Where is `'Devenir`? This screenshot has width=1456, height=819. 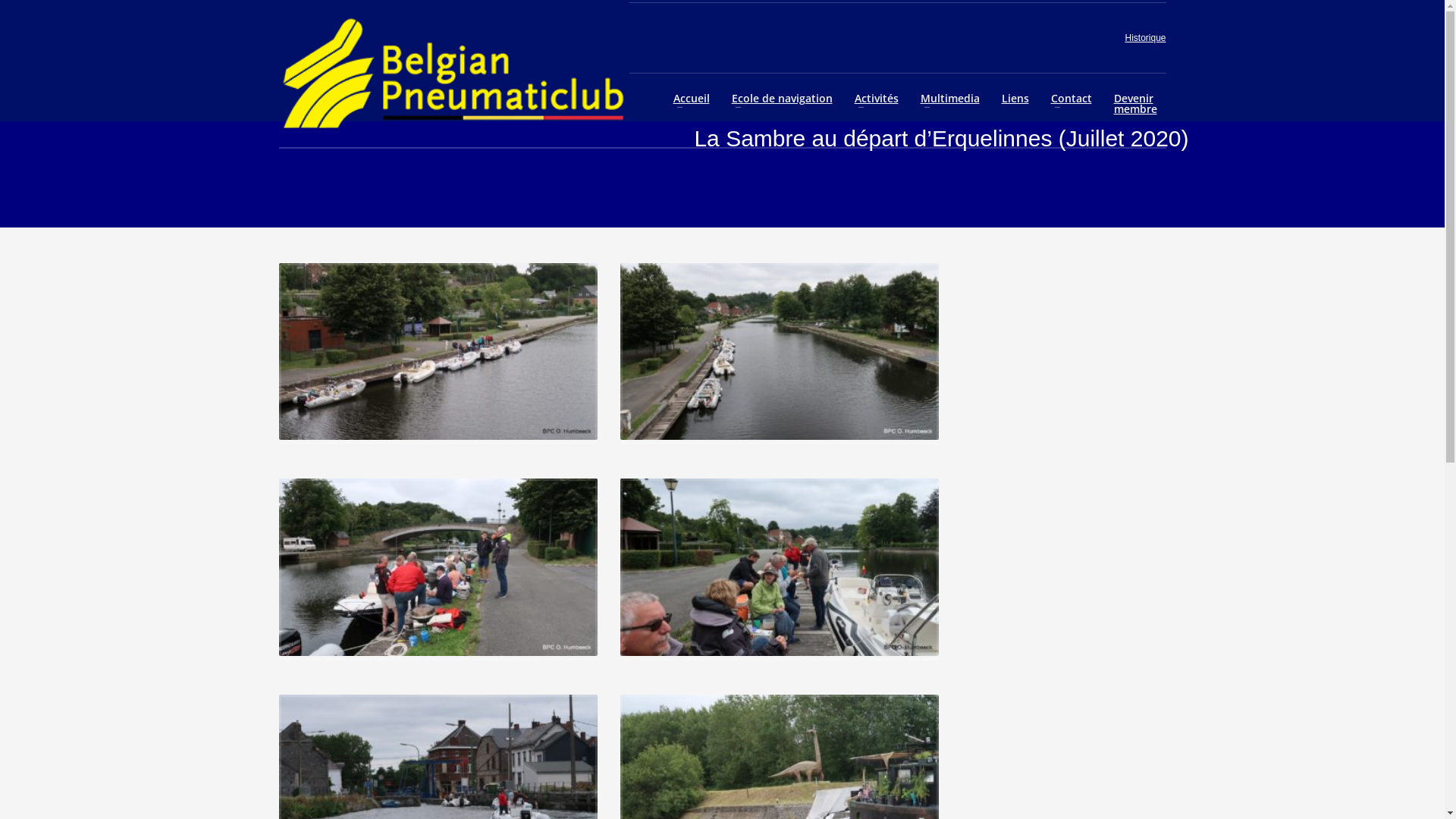 'Devenir is located at coordinates (1135, 103).